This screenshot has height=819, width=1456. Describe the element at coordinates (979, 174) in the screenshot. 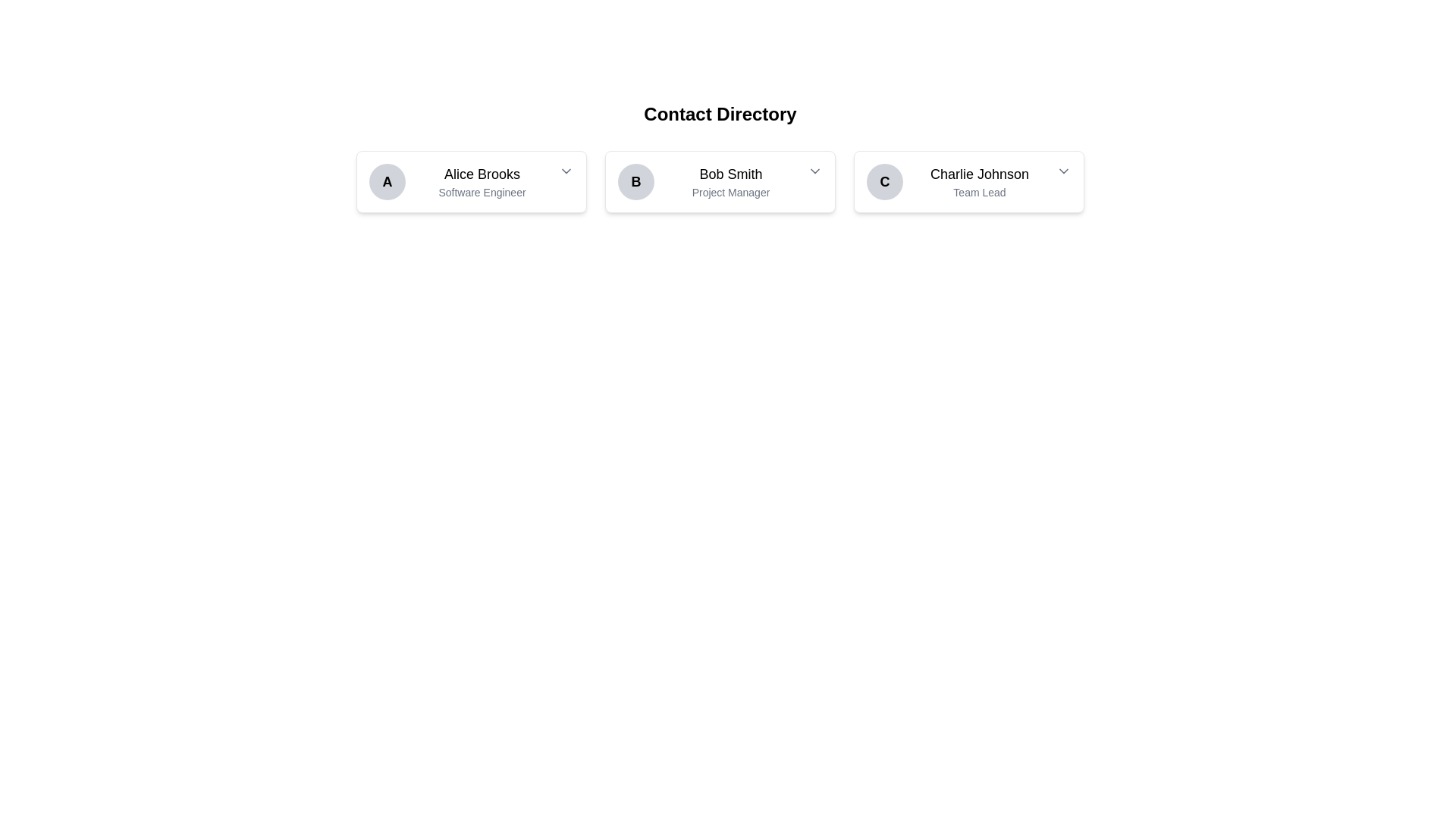

I see `the text label displaying the name 'Charlie Johnson', which is centered in the third interactive card titled 'C Charlie Johnson'` at that location.